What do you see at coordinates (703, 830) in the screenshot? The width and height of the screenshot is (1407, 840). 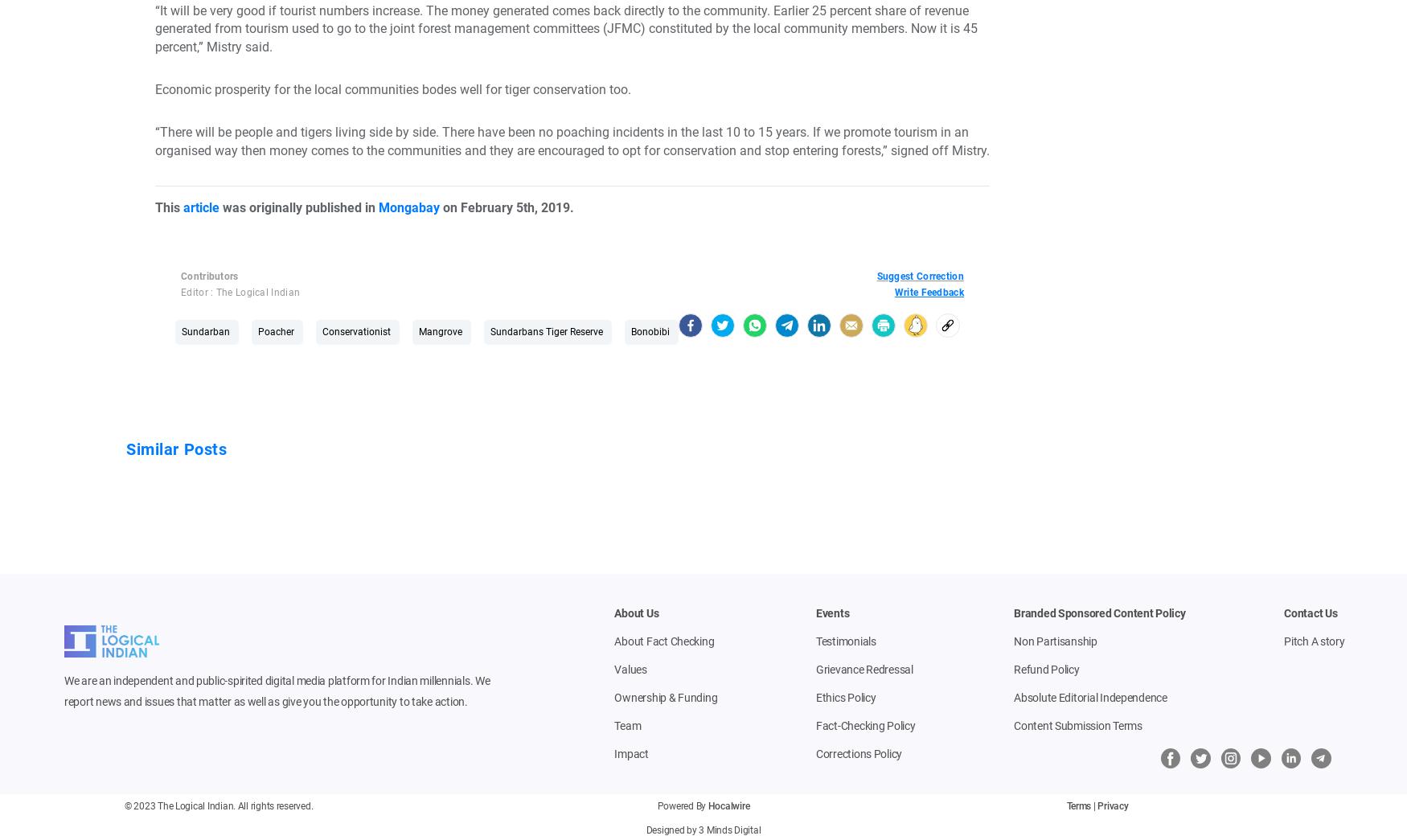 I see `'Designed by 3 Minds Digital'` at bounding box center [703, 830].